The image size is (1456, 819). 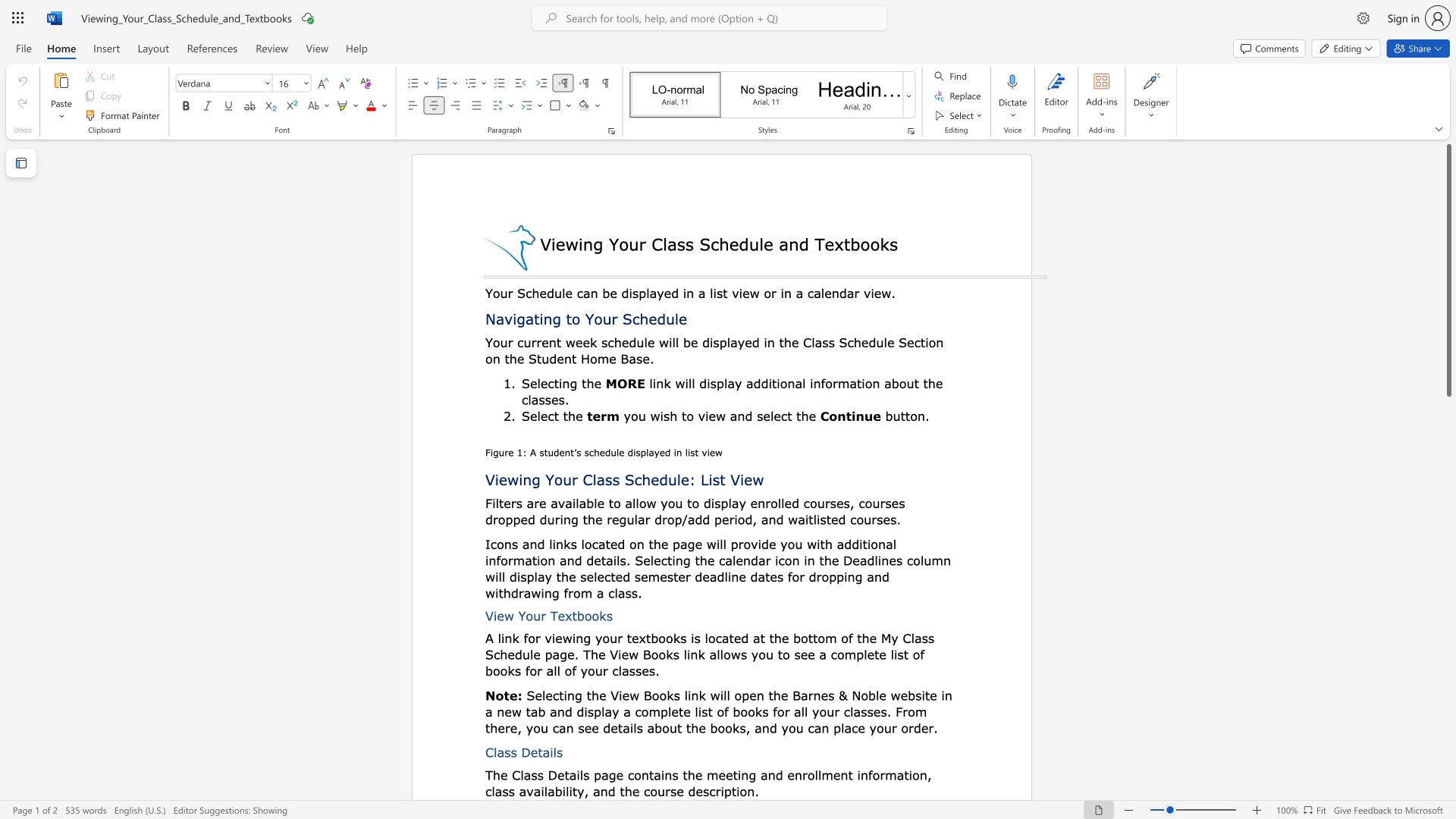 I want to click on the side scrollbar to bring the page down, so click(x=1448, y=508).